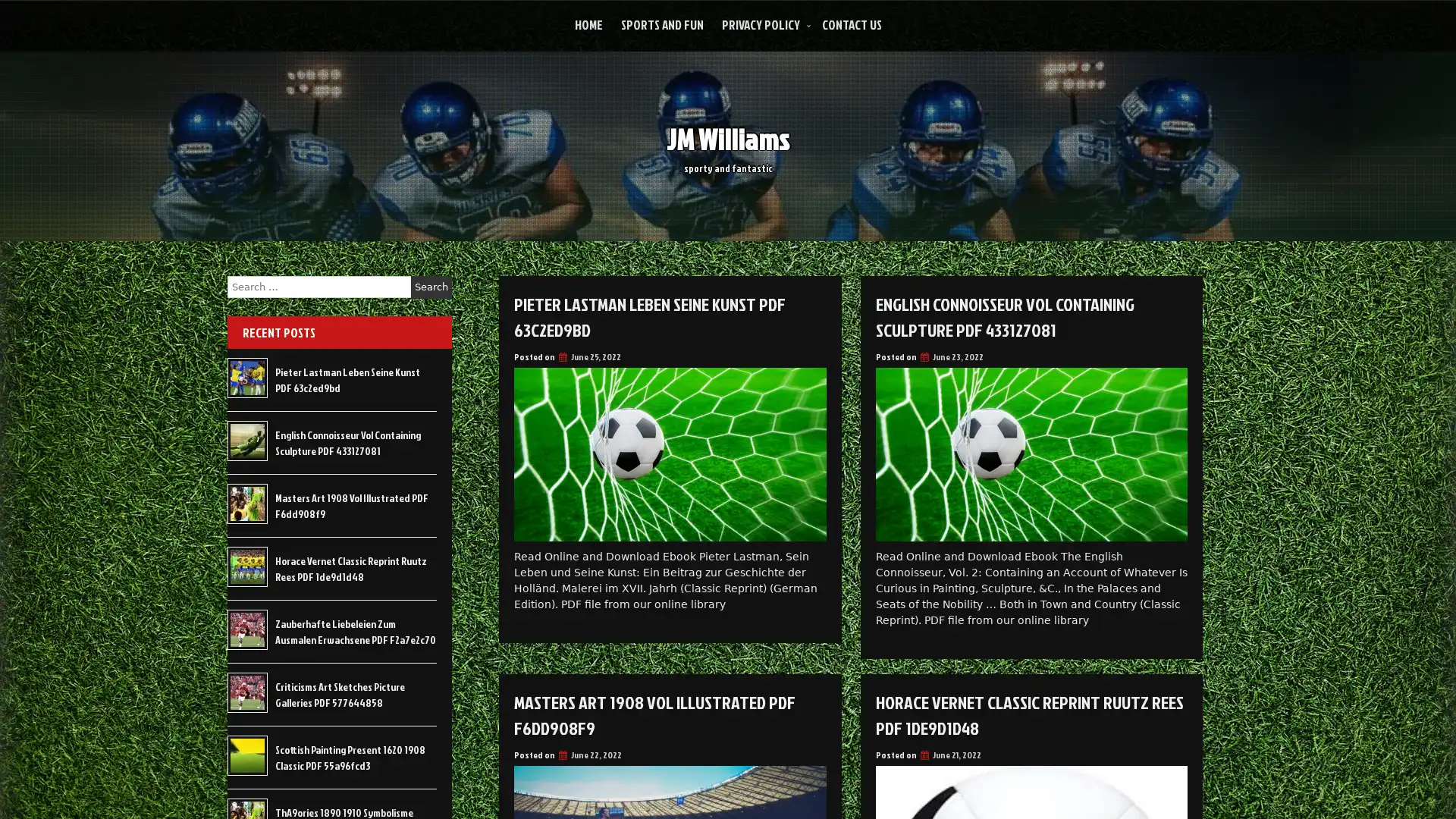 Image resolution: width=1456 pixels, height=819 pixels. What do you see at coordinates (431, 287) in the screenshot?
I see `Search` at bounding box center [431, 287].